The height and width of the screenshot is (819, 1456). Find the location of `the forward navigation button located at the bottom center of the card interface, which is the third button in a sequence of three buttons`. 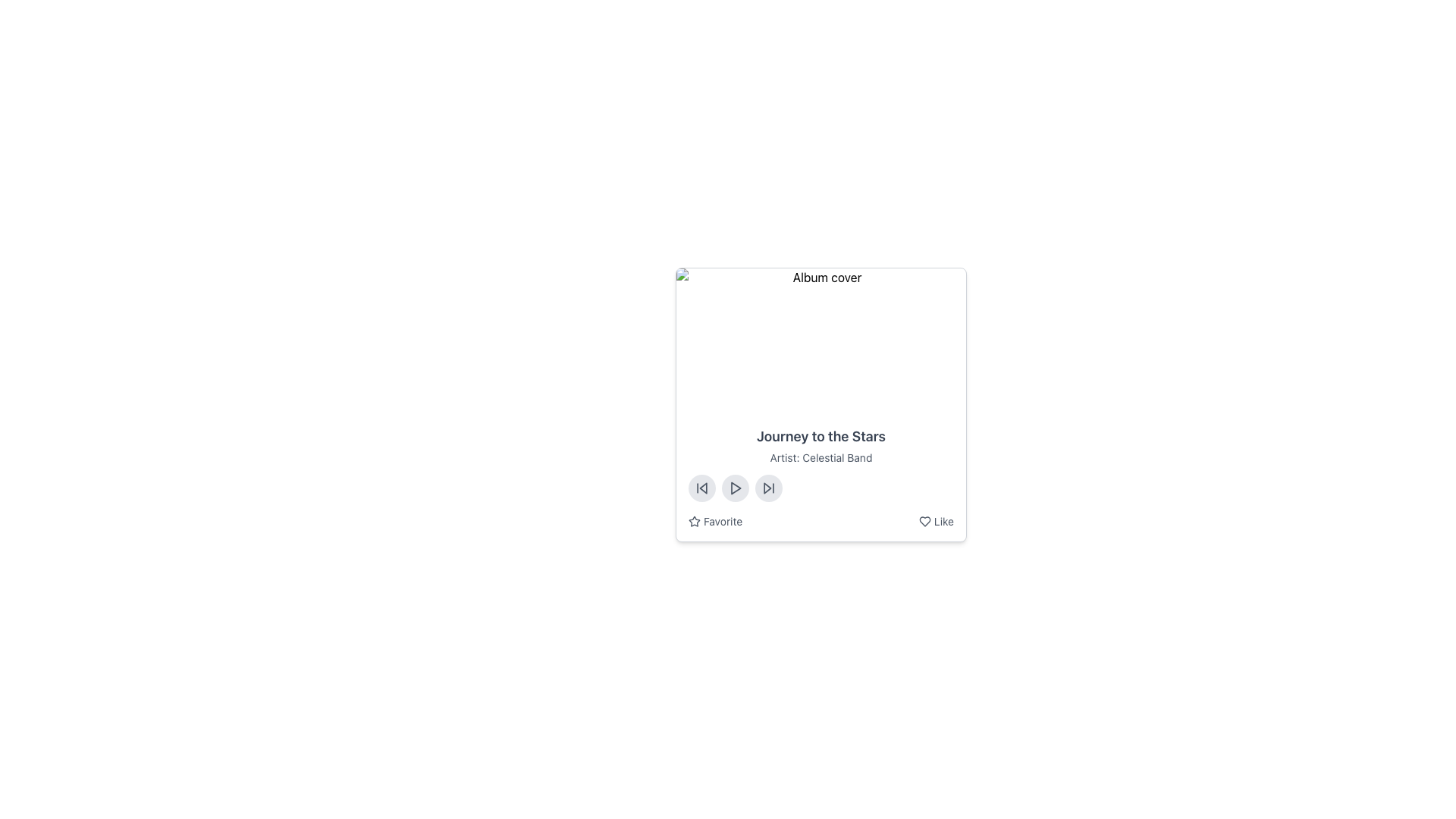

the forward navigation button located at the bottom center of the card interface, which is the third button in a sequence of three buttons is located at coordinates (768, 488).